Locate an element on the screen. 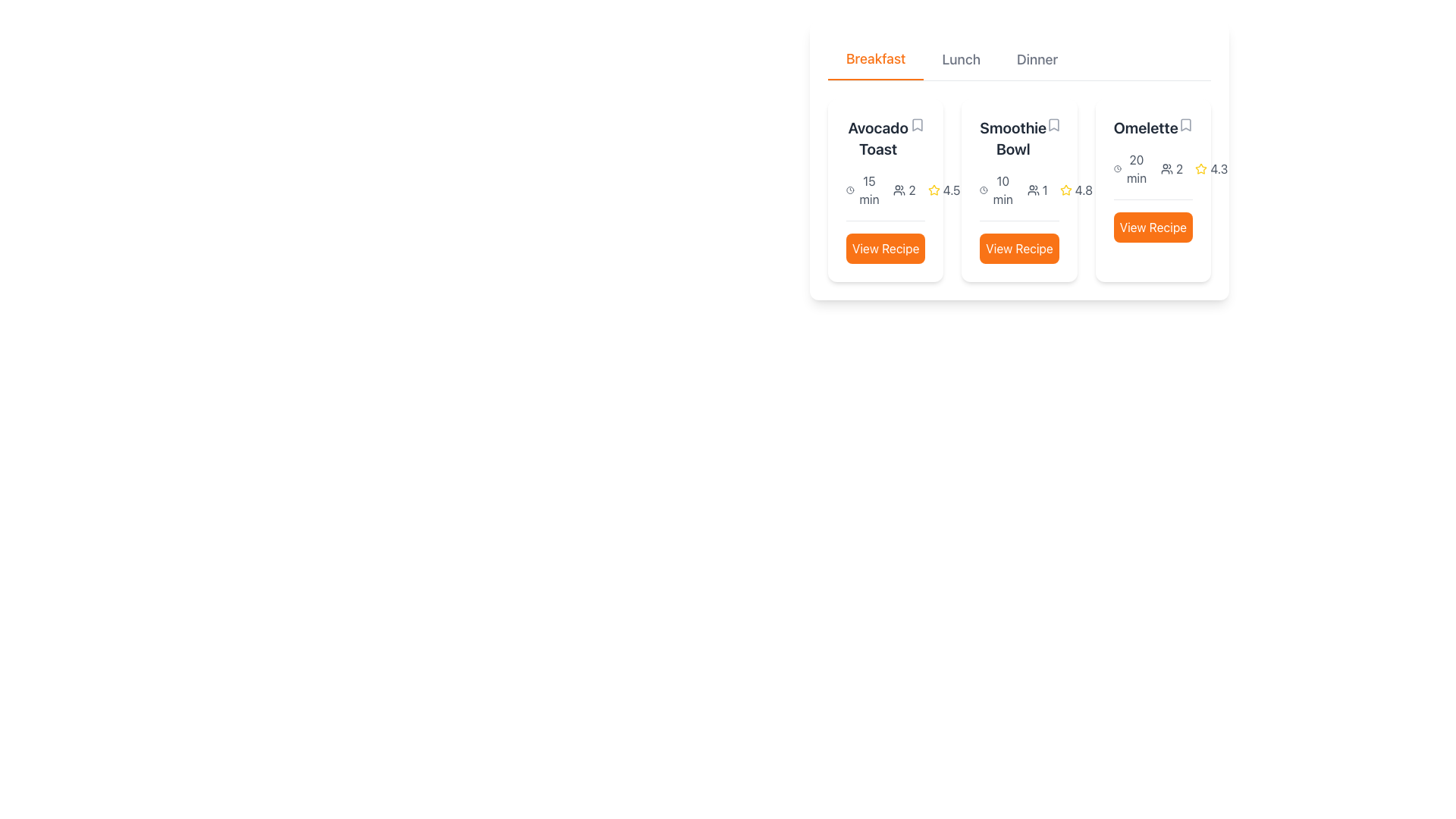 This screenshot has width=1456, height=819. the text label displaying the preparation time '20 min' within the 'Omelette' recipe card, located centrally between an icon and a user count indicator is located at coordinates (1136, 169).